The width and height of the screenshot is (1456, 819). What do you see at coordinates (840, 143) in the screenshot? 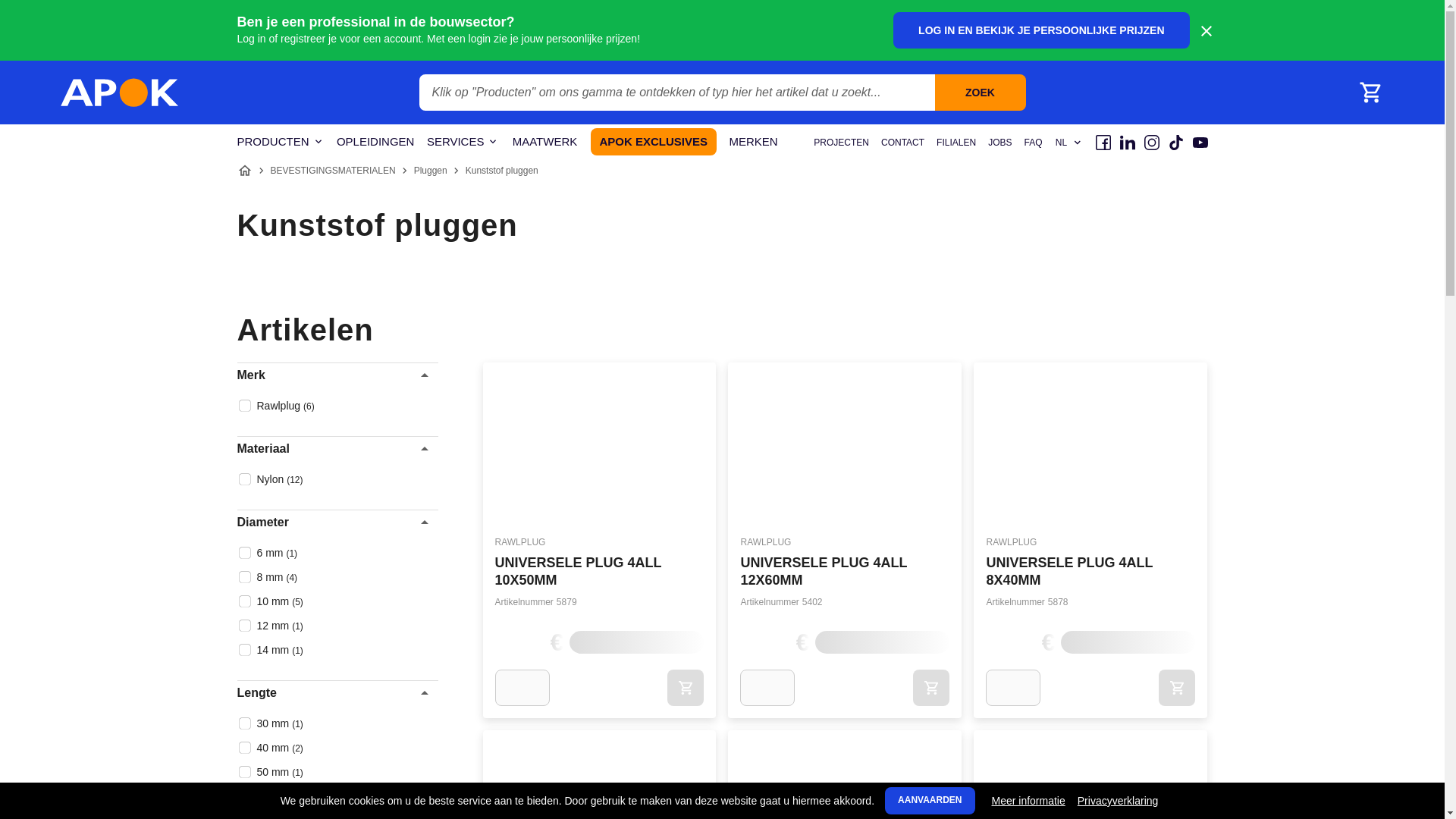
I see `'PROJECTEN'` at bounding box center [840, 143].